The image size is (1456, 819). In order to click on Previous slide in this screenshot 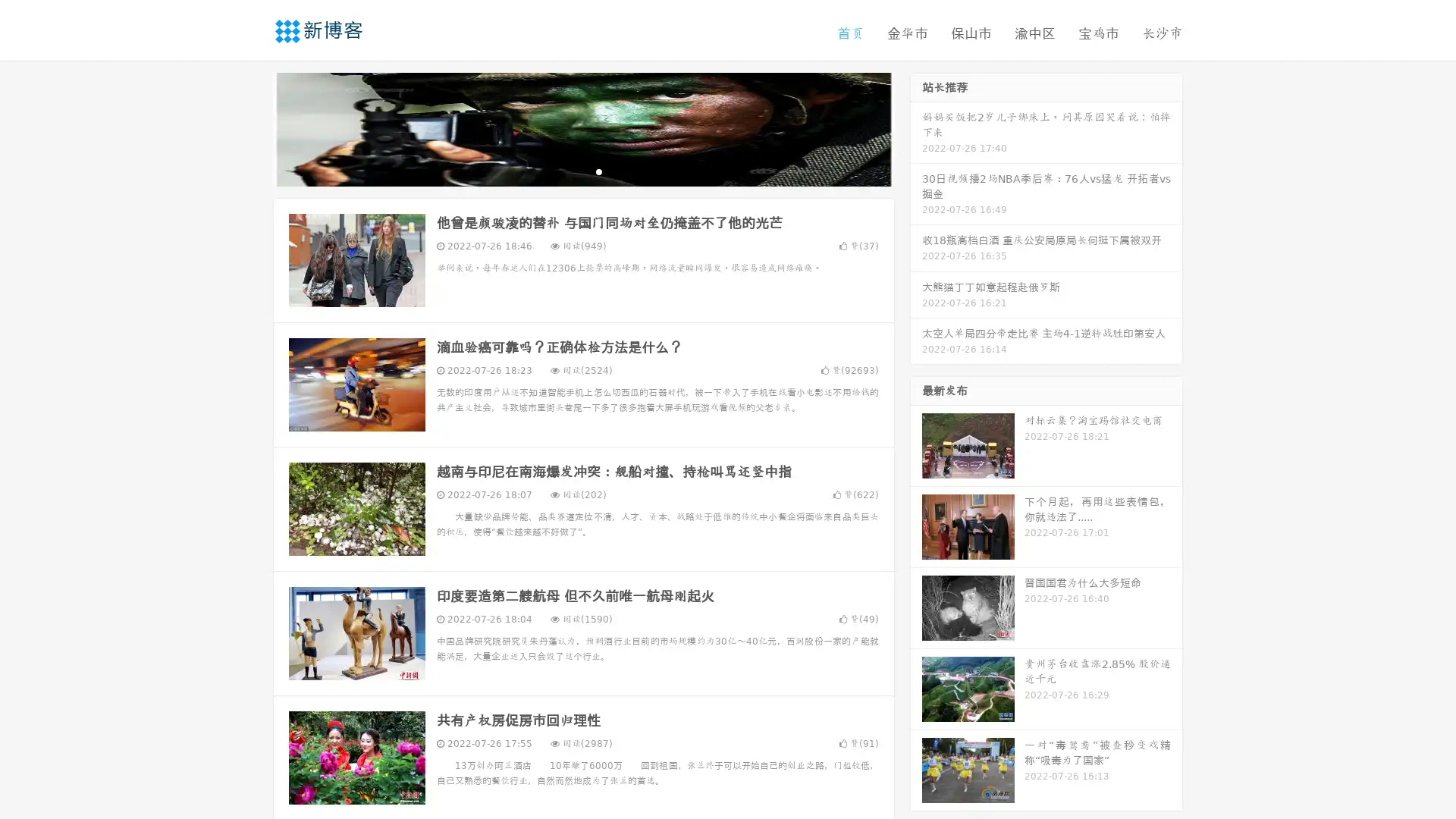, I will do `click(250, 127)`.